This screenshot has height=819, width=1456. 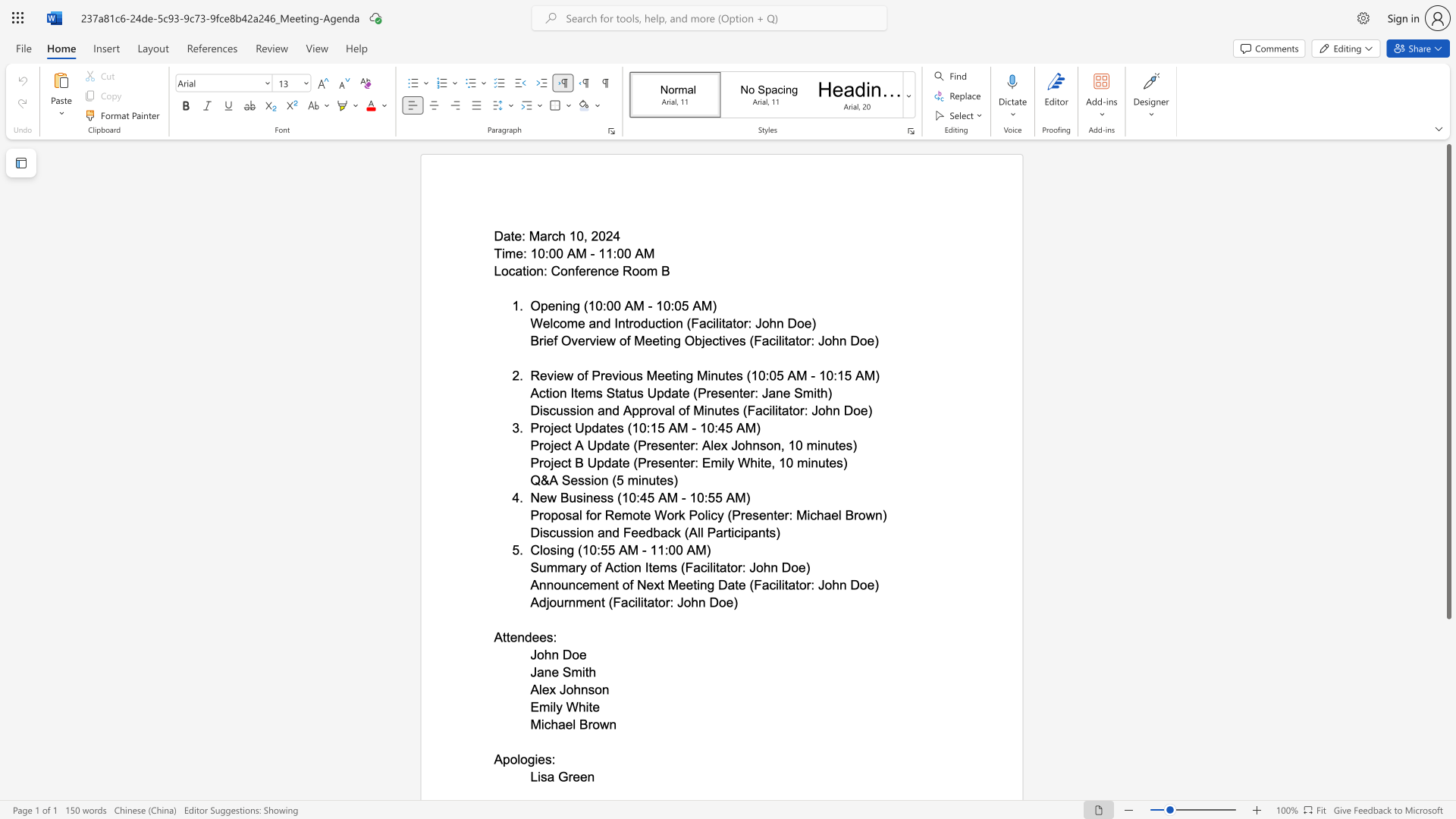 I want to click on the 1th character "t" in the text, so click(x=569, y=428).